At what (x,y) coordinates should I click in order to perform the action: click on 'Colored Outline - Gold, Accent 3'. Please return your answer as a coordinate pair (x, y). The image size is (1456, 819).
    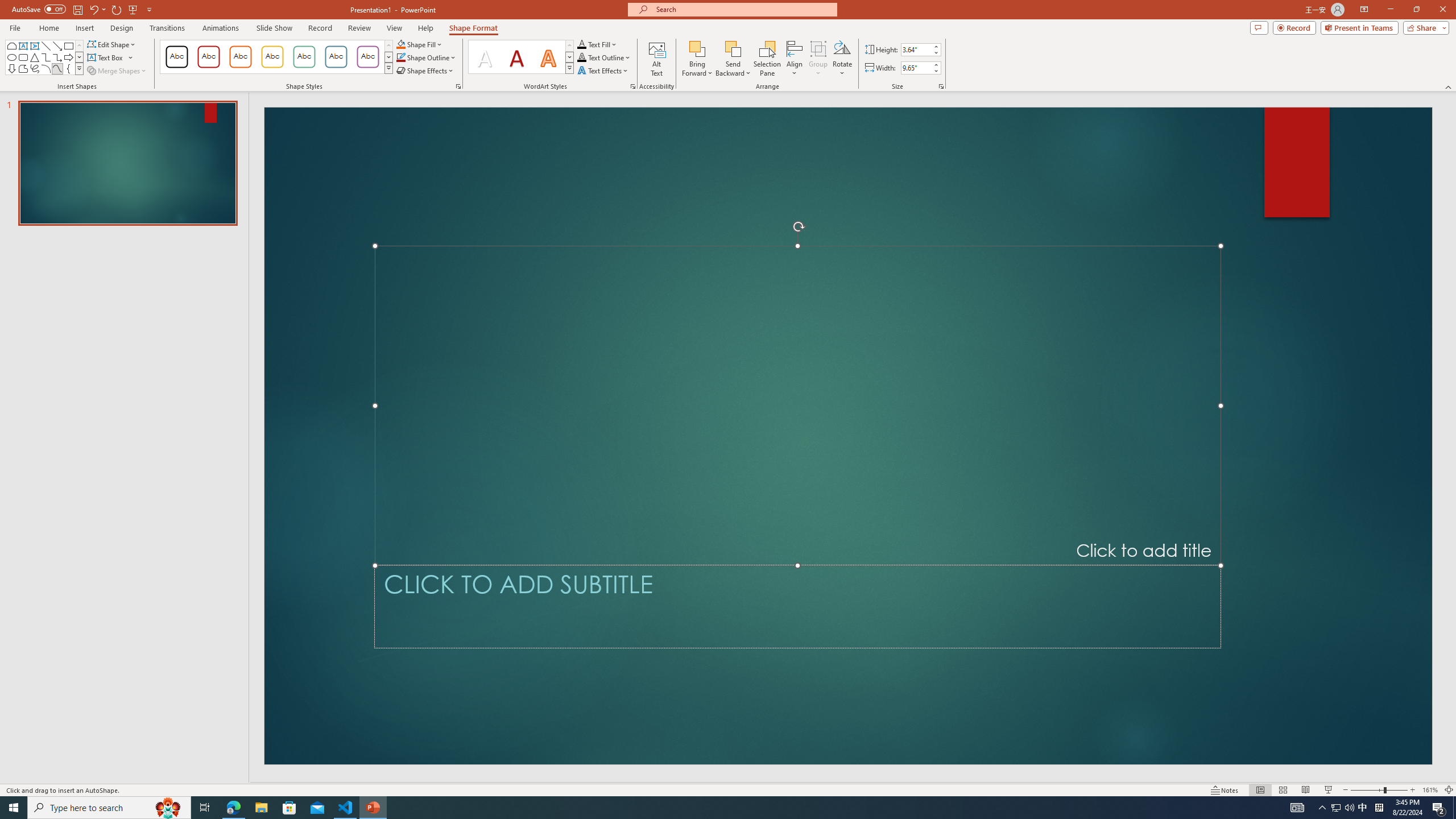
    Looking at the image, I should click on (271, 56).